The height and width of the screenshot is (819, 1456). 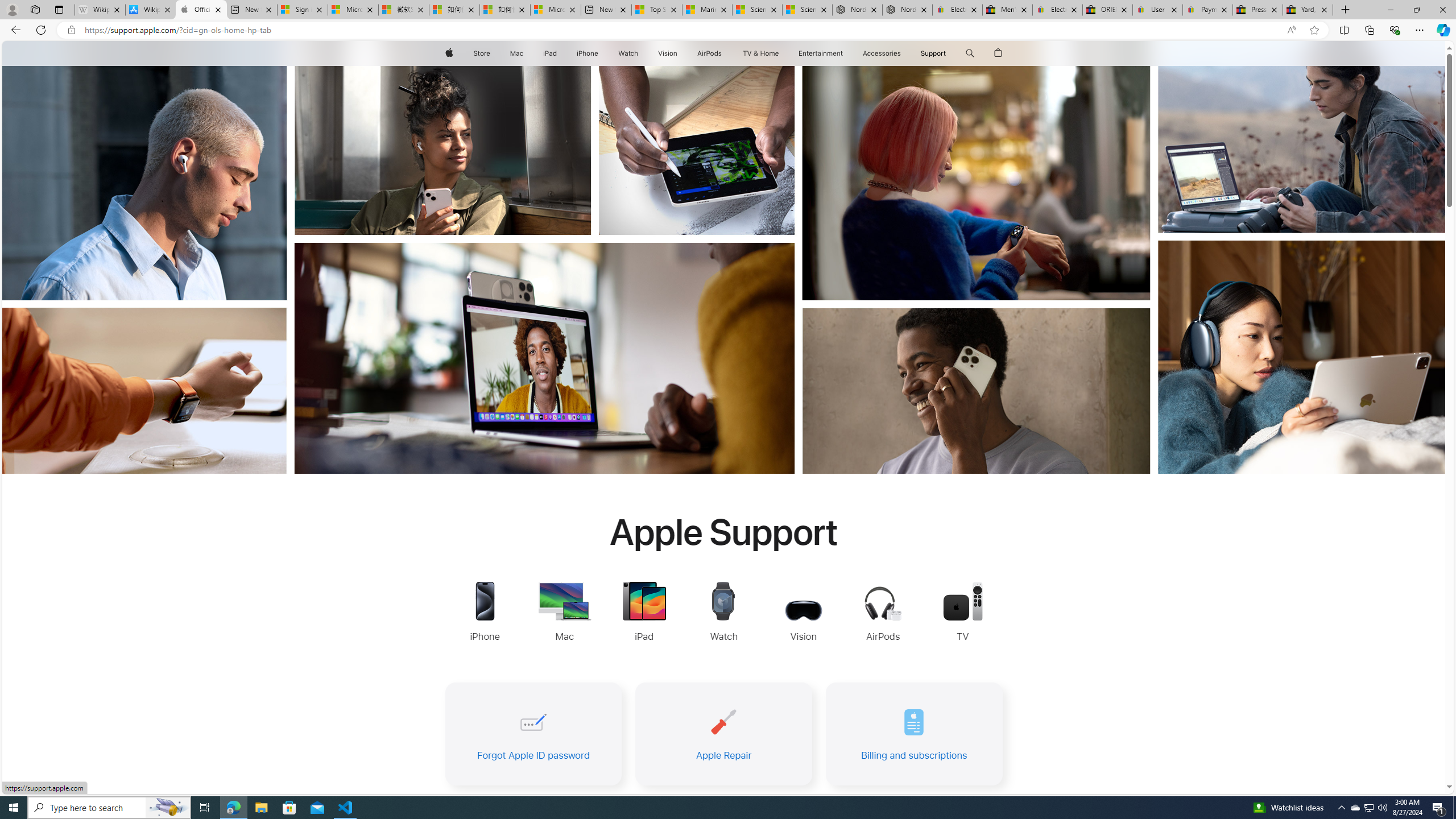 What do you see at coordinates (948, 53) in the screenshot?
I see `'Support menu'` at bounding box center [948, 53].